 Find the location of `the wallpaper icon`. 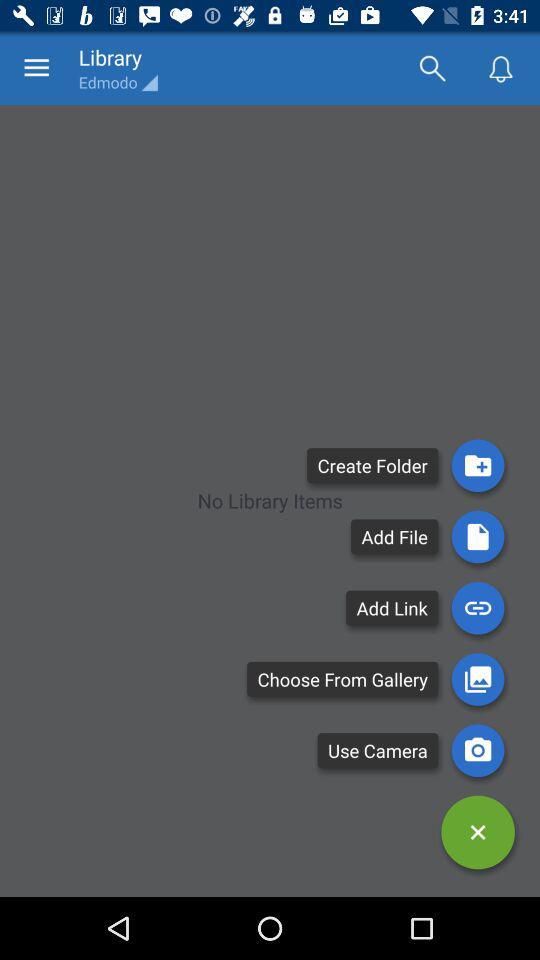

the wallpaper icon is located at coordinates (477, 679).